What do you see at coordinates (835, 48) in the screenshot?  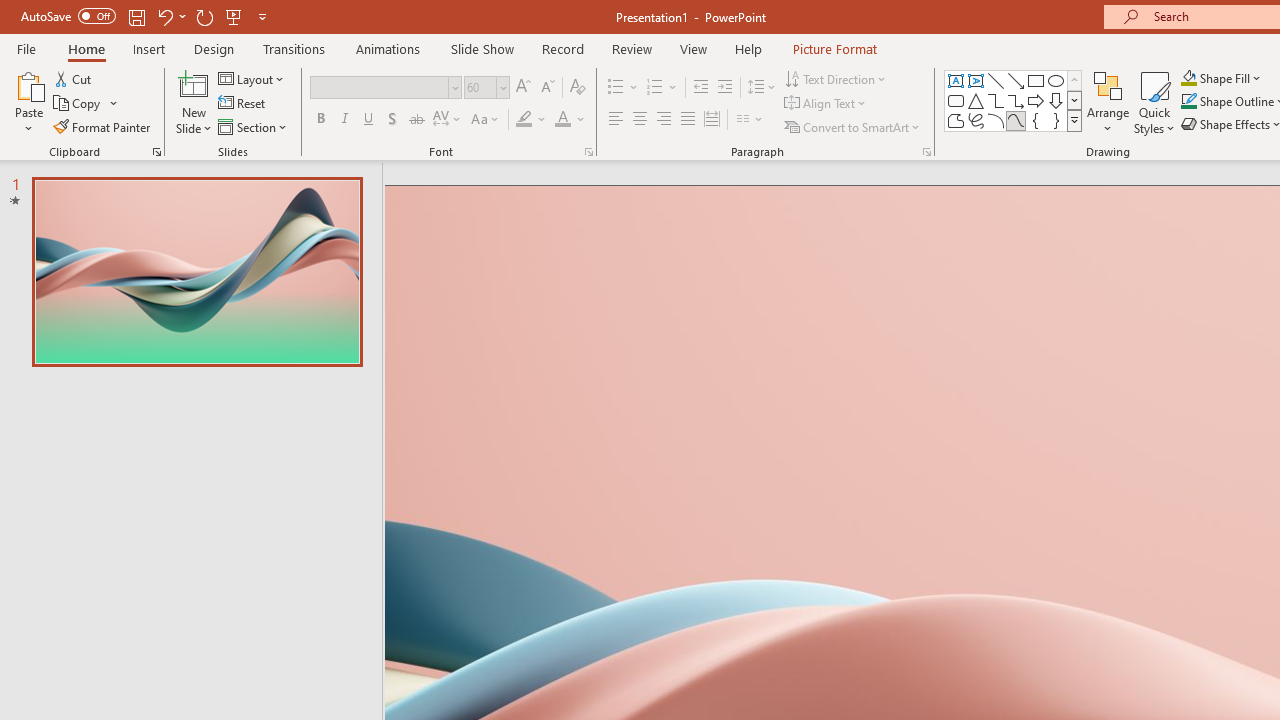 I see `'Picture Format'` at bounding box center [835, 48].